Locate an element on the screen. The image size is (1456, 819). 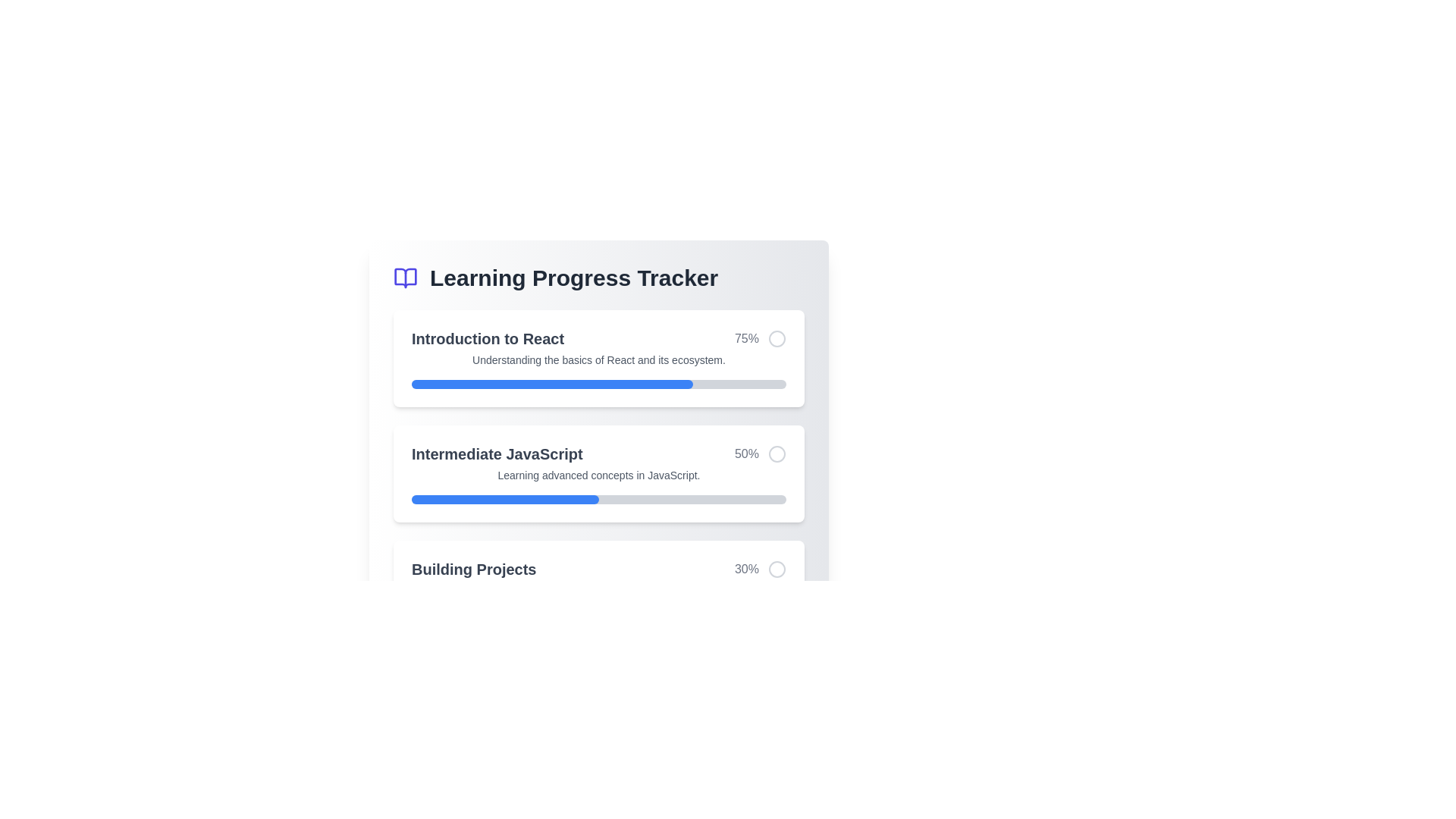
the circular indicator button with a hollow center, styled in light gray, located next to the text '75%' in the 'Introduction to React' row is located at coordinates (777, 338).